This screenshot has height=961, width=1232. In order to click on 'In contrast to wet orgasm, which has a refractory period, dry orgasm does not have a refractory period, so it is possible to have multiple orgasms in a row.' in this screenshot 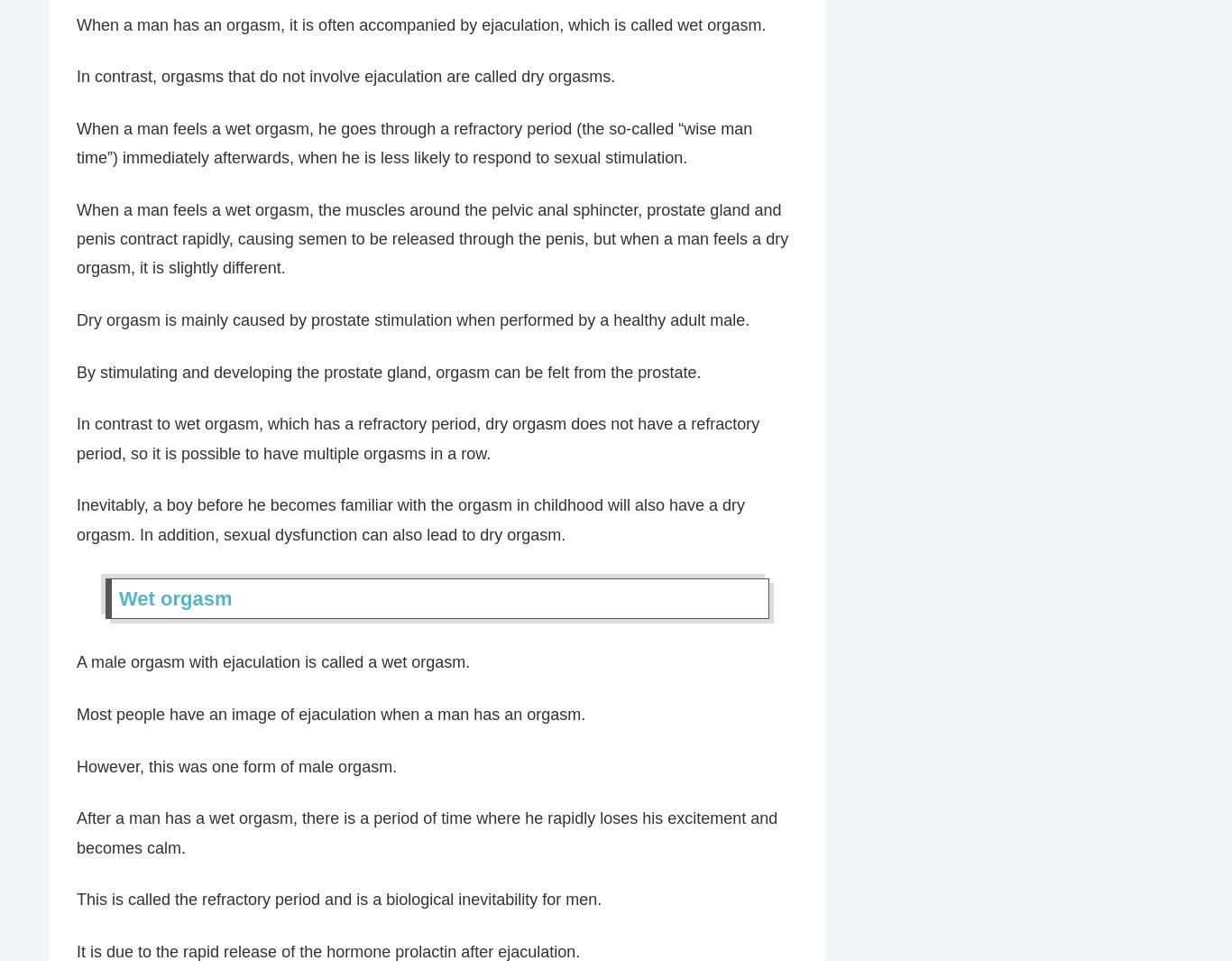, I will do `click(76, 437)`.